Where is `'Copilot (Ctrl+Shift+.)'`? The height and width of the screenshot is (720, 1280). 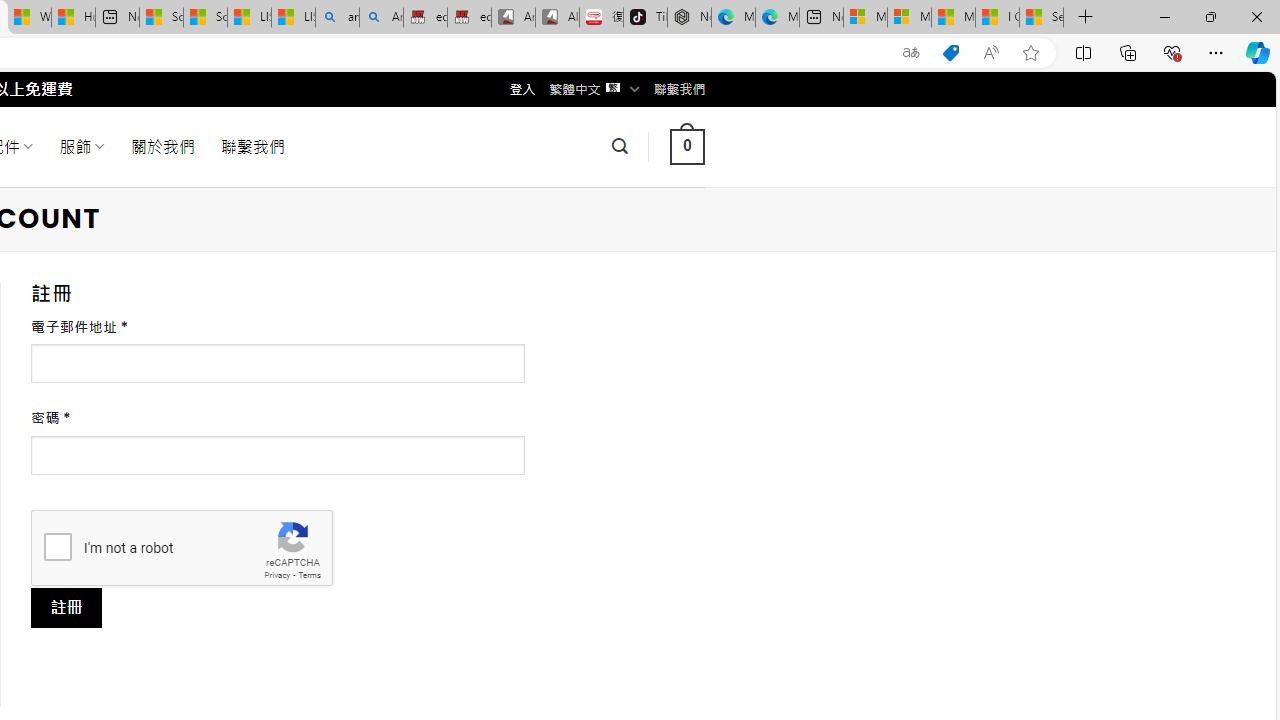 'Copilot (Ctrl+Shift+.)' is located at coordinates (1257, 51).